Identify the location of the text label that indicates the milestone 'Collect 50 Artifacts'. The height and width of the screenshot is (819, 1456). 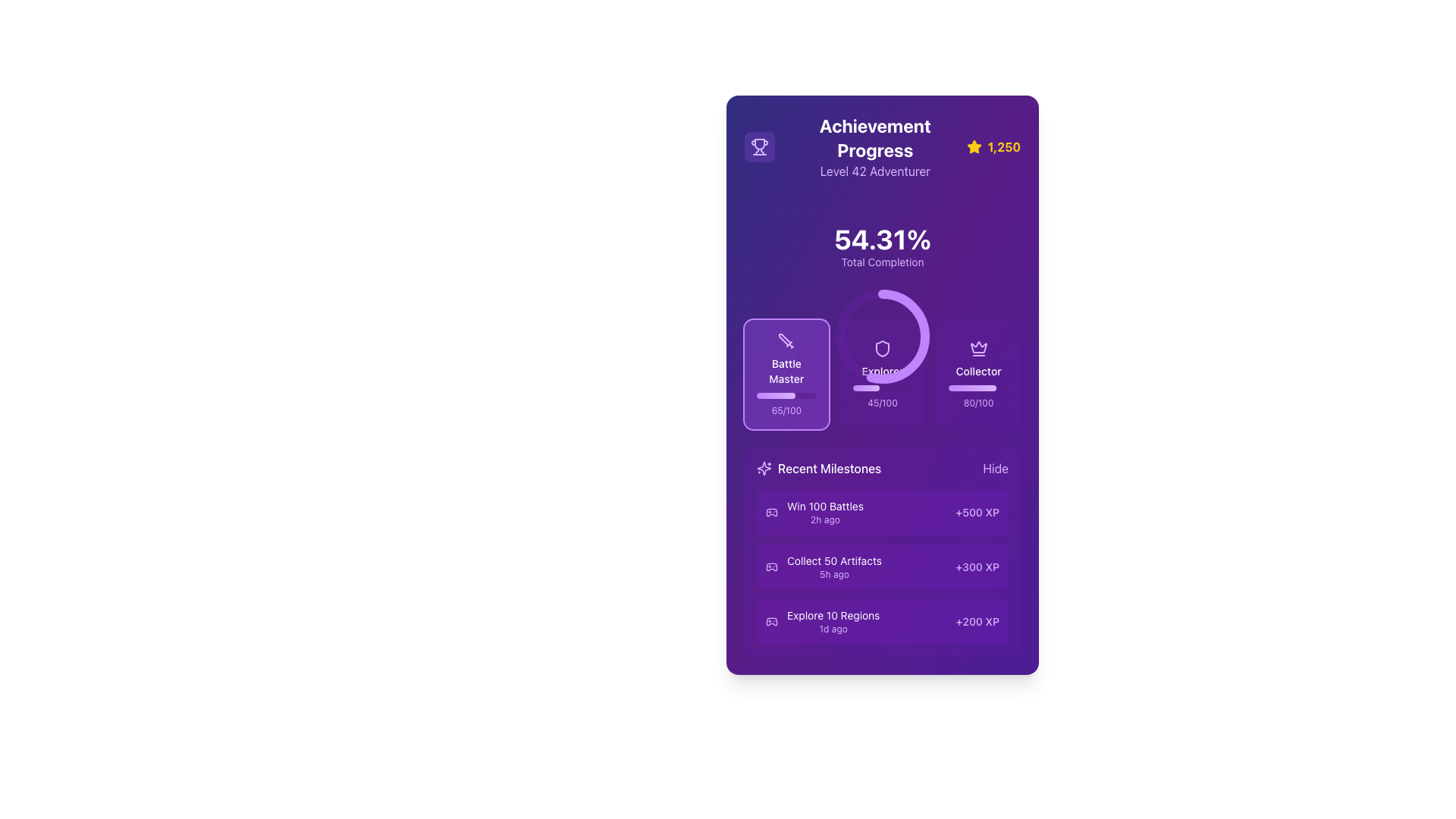
(833, 567).